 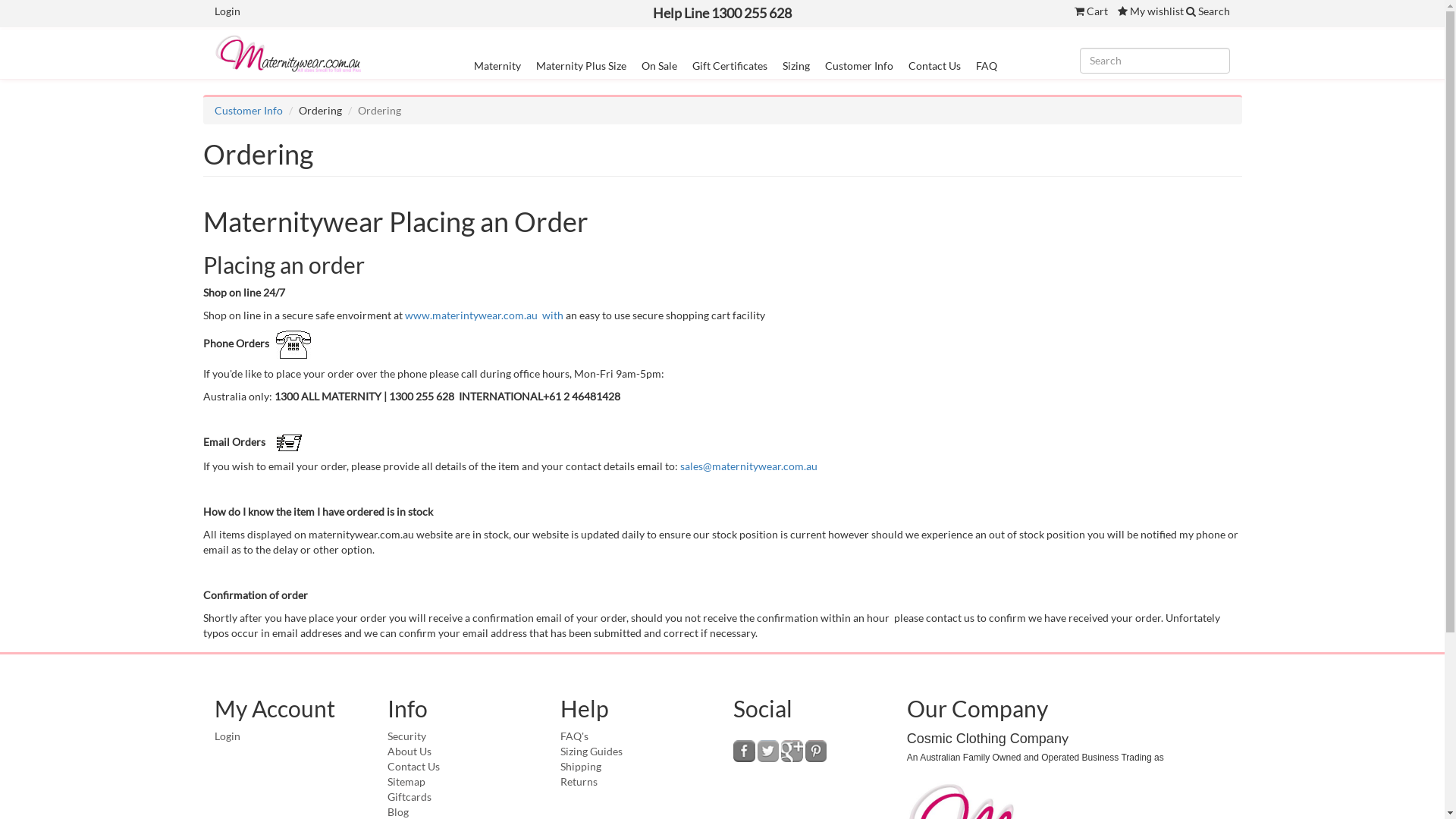 I want to click on 'Twitter', so click(x=768, y=751).